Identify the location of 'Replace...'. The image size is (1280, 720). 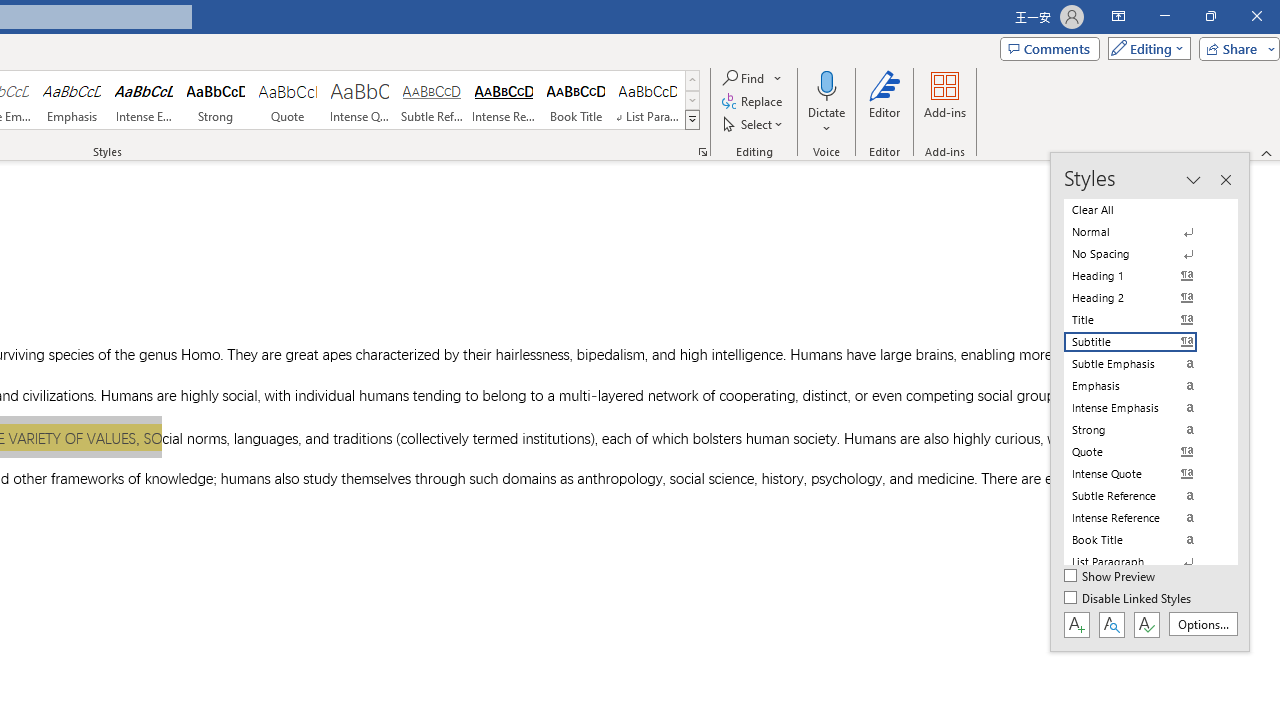
(752, 101).